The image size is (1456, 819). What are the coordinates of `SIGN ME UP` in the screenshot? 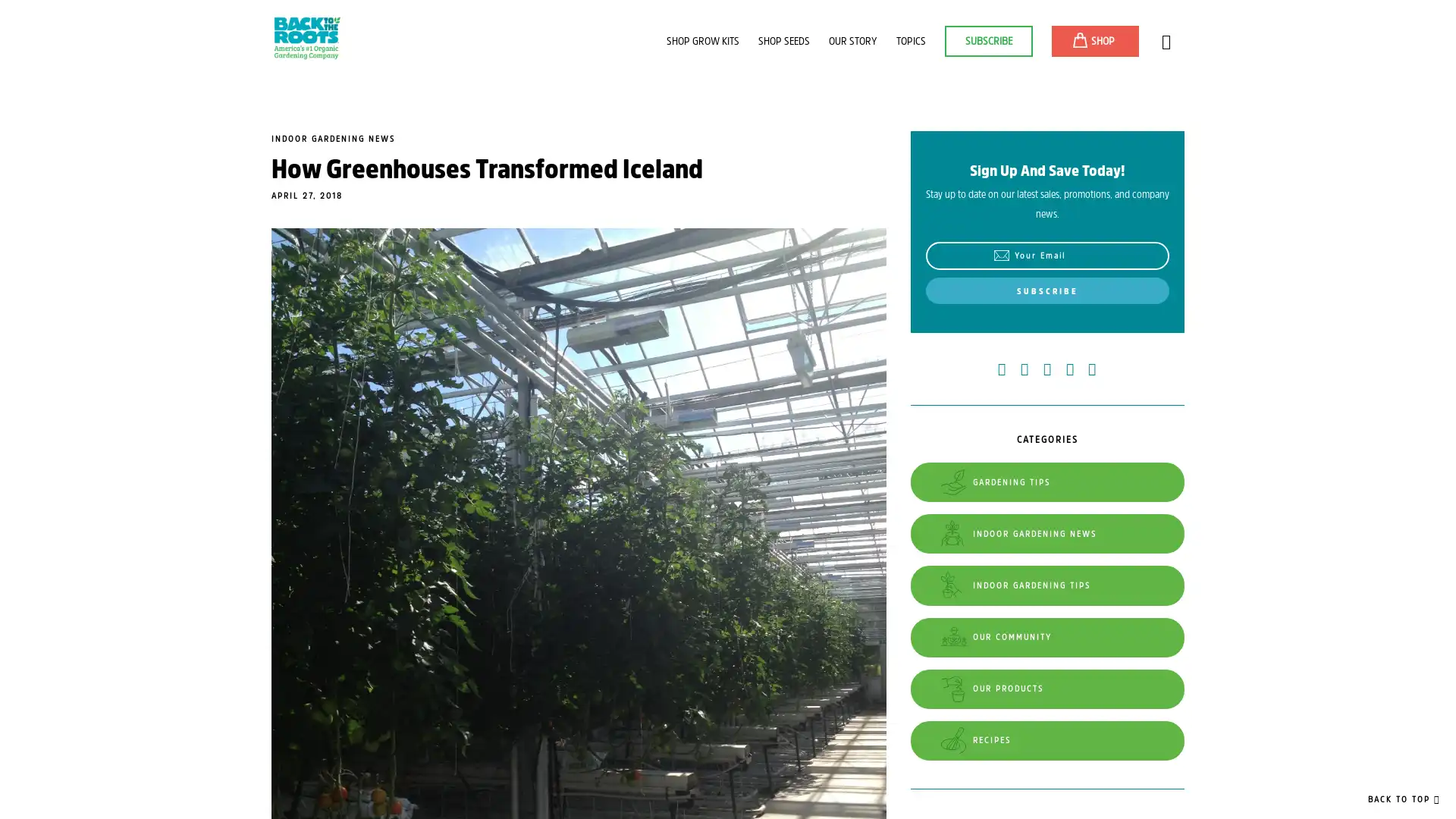 It's located at (1265, 30).